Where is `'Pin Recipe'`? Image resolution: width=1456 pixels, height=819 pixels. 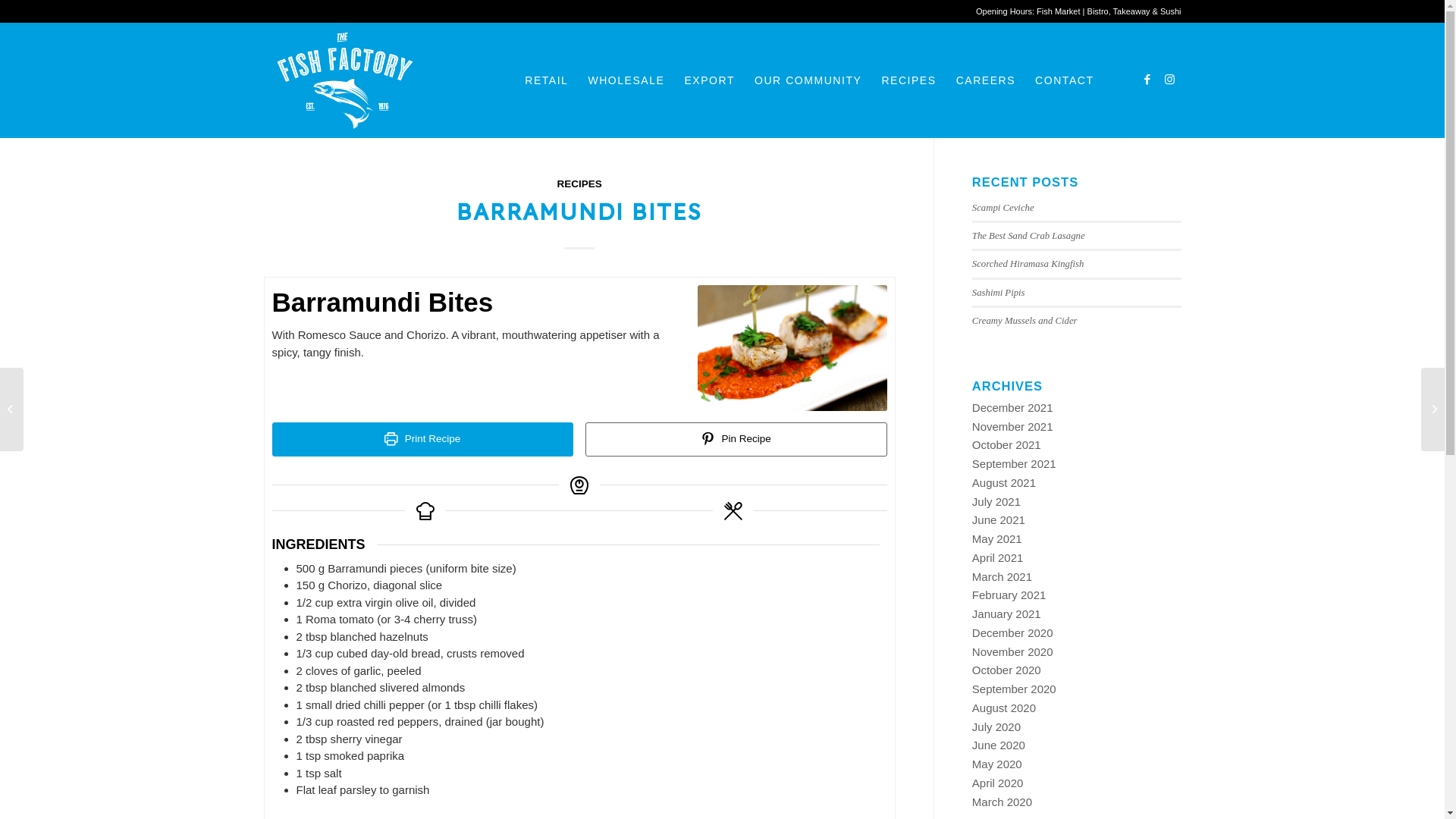
'Pin Recipe' is located at coordinates (736, 439).